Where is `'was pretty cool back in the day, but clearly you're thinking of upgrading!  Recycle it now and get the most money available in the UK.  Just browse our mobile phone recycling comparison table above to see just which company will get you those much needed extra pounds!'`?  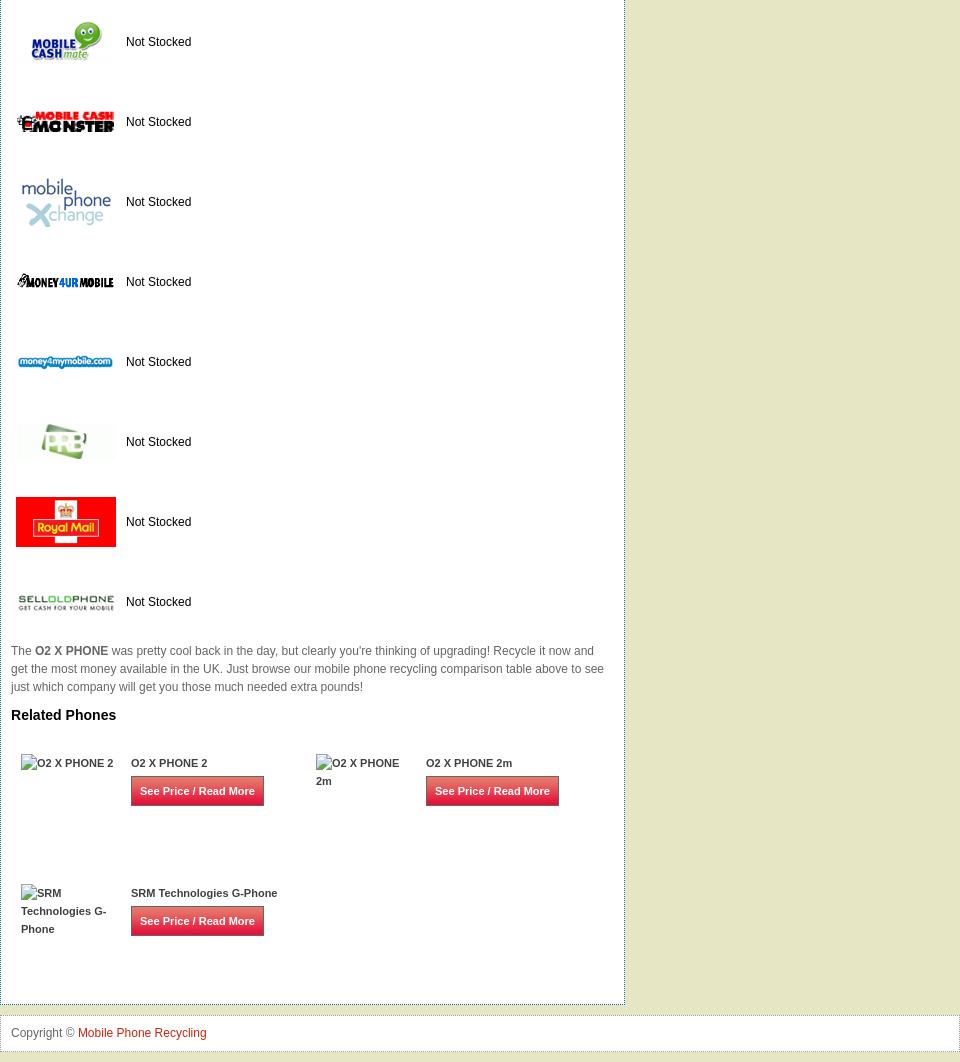 'was pretty cool back in the day, but clearly you're thinking of upgrading!  Recycle it now and get the most money available in the UK.  Just browse our mobile phone recycling comparison table above to see just which company will get you those much needed extra pounds!' is located at coordinates (10, 668).